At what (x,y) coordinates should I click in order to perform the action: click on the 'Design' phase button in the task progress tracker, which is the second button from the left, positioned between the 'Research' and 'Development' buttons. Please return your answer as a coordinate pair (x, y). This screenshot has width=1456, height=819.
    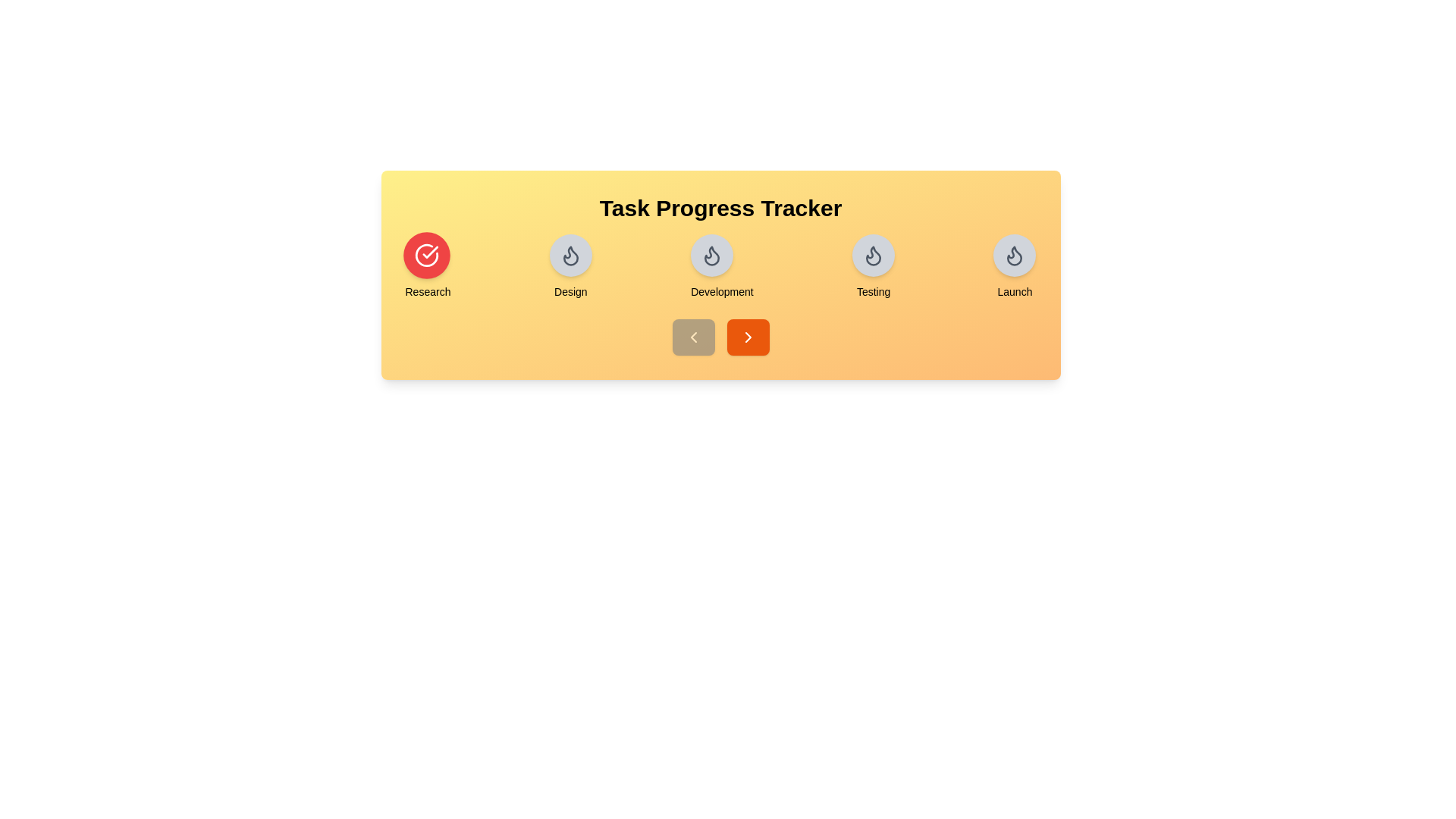
    Looking at the image, I should click on (570, 267).